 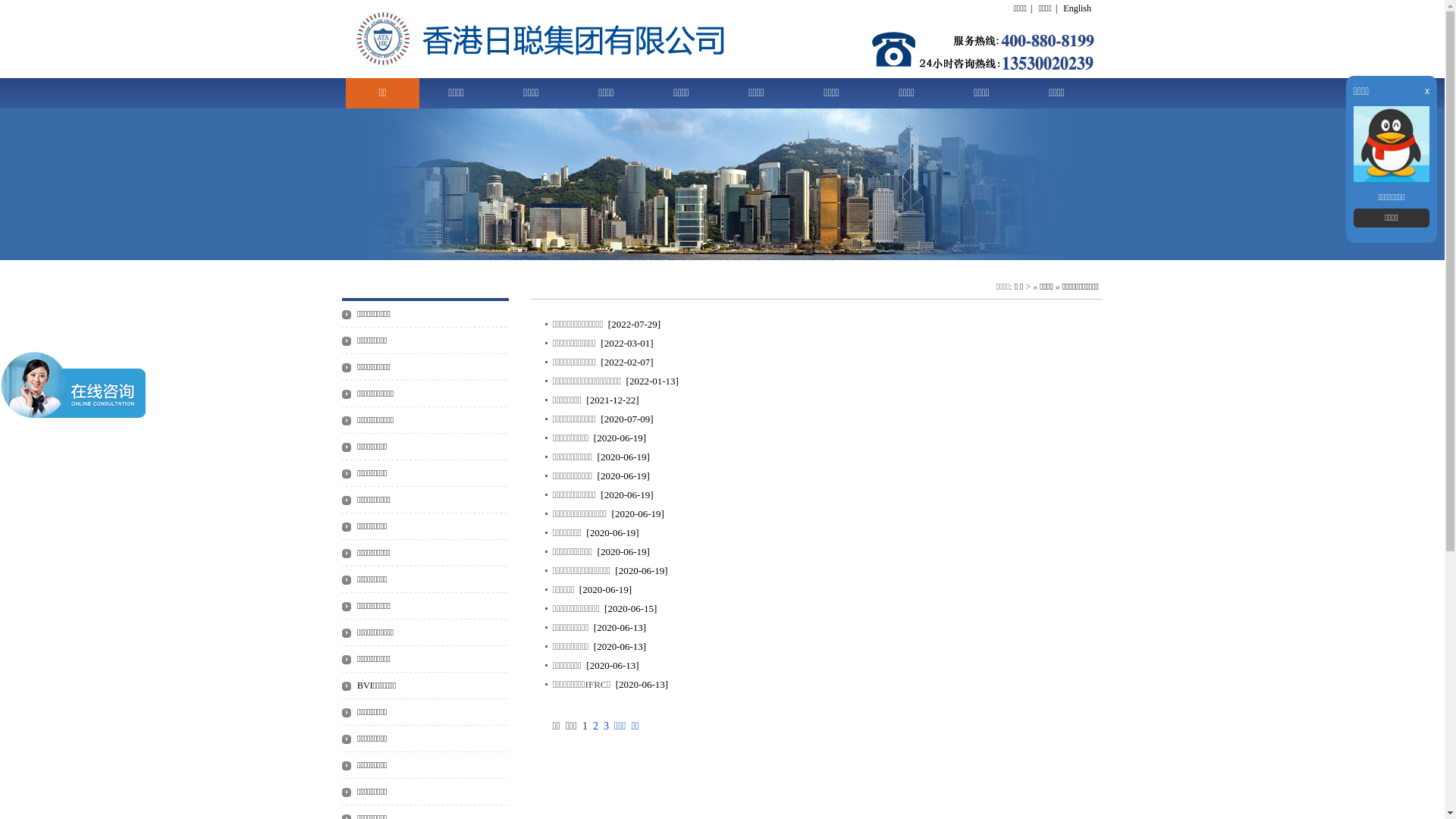 What do you see at coordinates (603, 725) in the screenshot?
I see `'3'` at bounding box center [603, 725].